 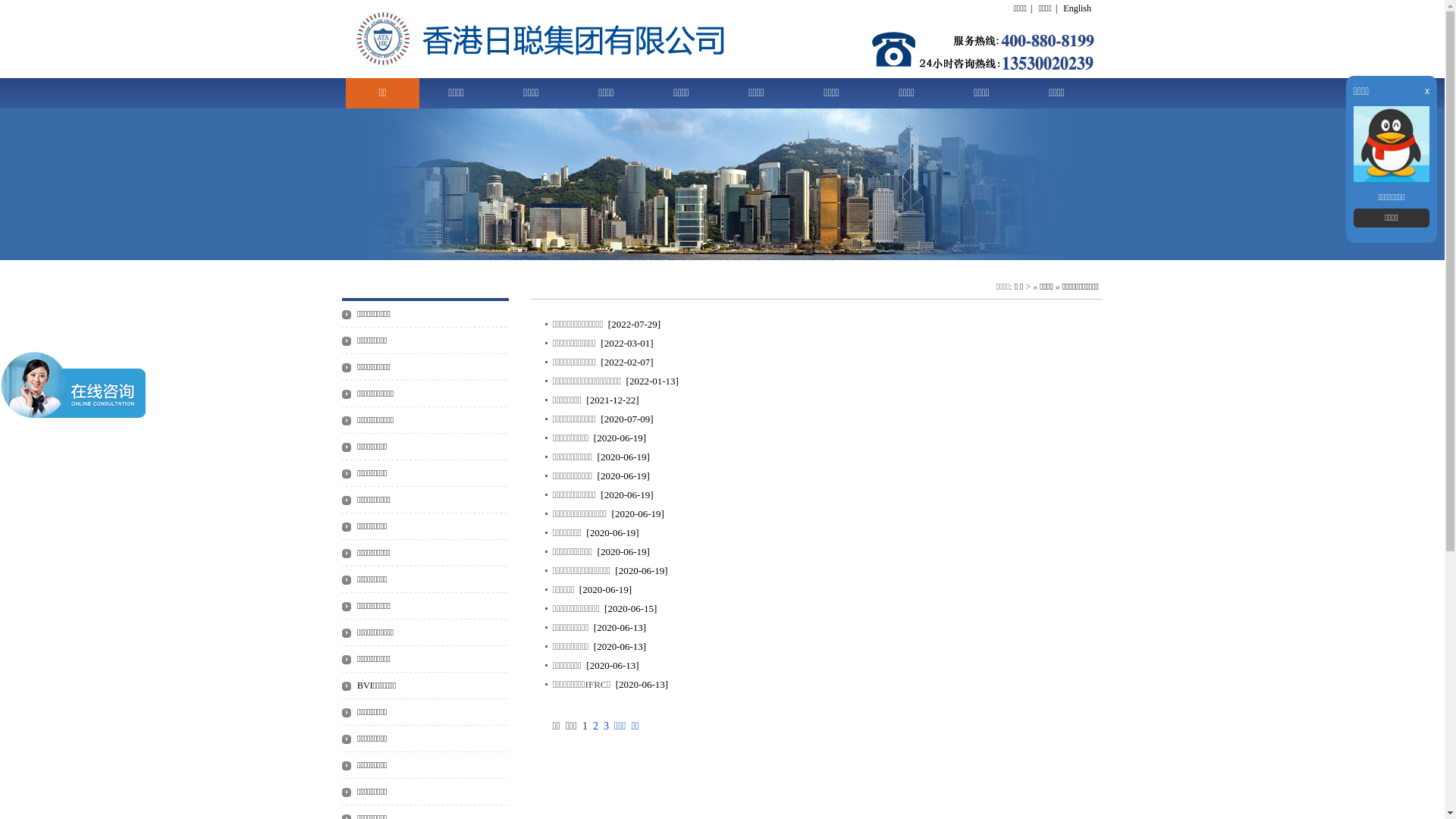 What do you see at coordinates (603, 725) in the screenshot?
I see `'3'` at bounding box center [603, 725].